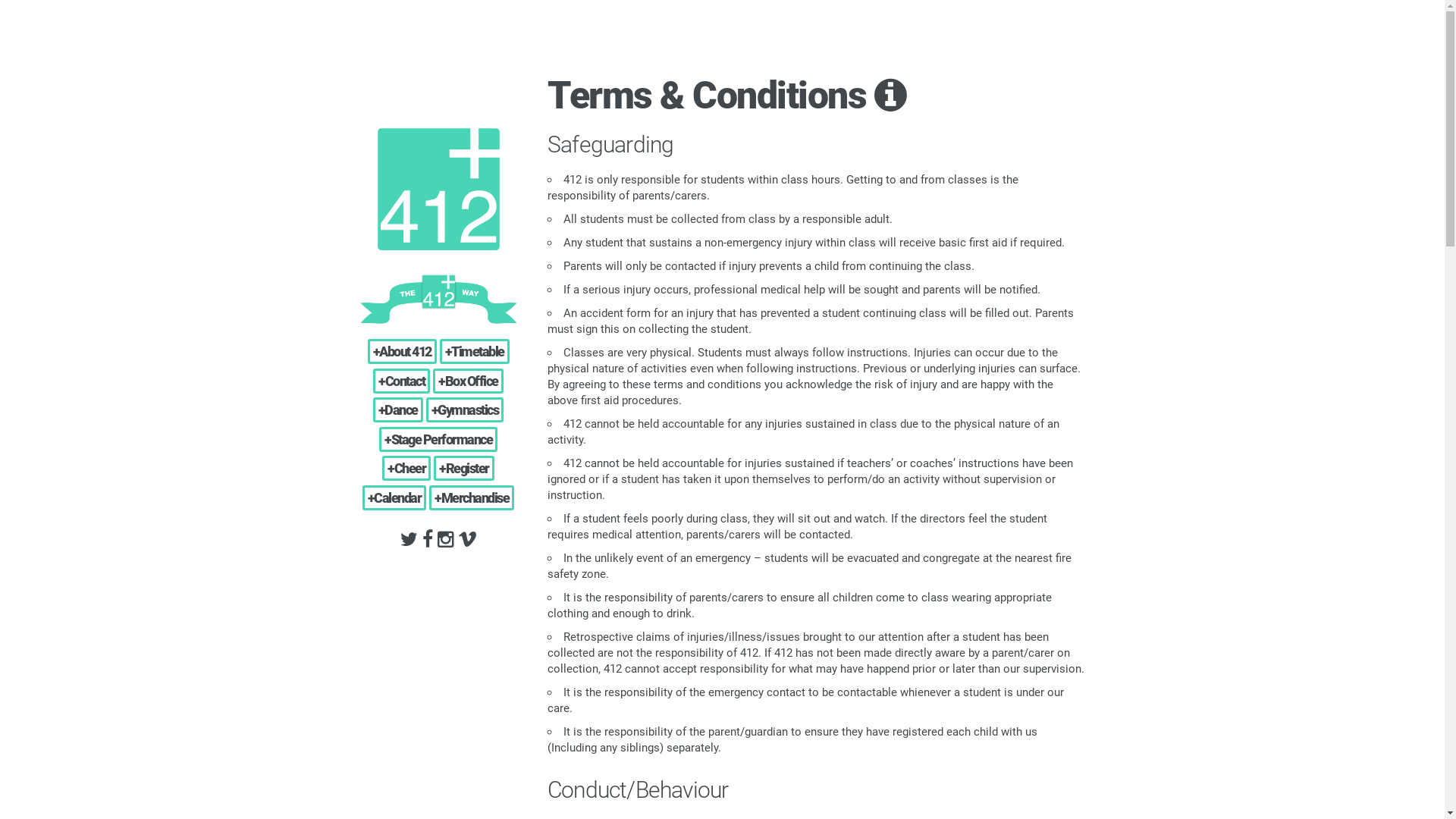 This screenshot has width=1456, height=819. What do you see at coordinates (437, 439) in the screenshot?
I see `'+Stage Performance'` at bounding box center [437, 439].